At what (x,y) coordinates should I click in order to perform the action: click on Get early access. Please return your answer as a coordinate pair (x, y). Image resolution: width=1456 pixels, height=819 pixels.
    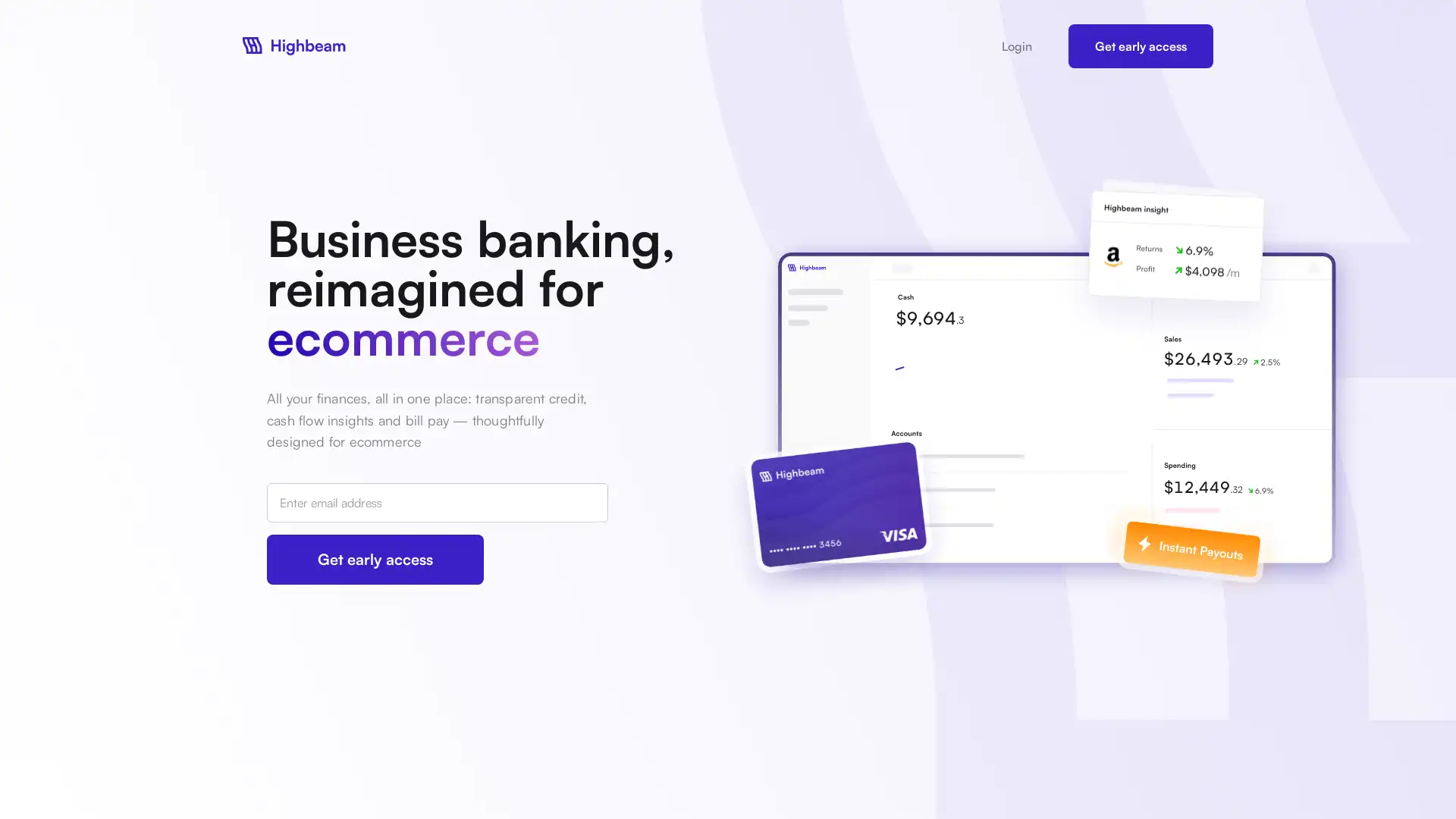
    Looking at the image, I should click on (375, 559).